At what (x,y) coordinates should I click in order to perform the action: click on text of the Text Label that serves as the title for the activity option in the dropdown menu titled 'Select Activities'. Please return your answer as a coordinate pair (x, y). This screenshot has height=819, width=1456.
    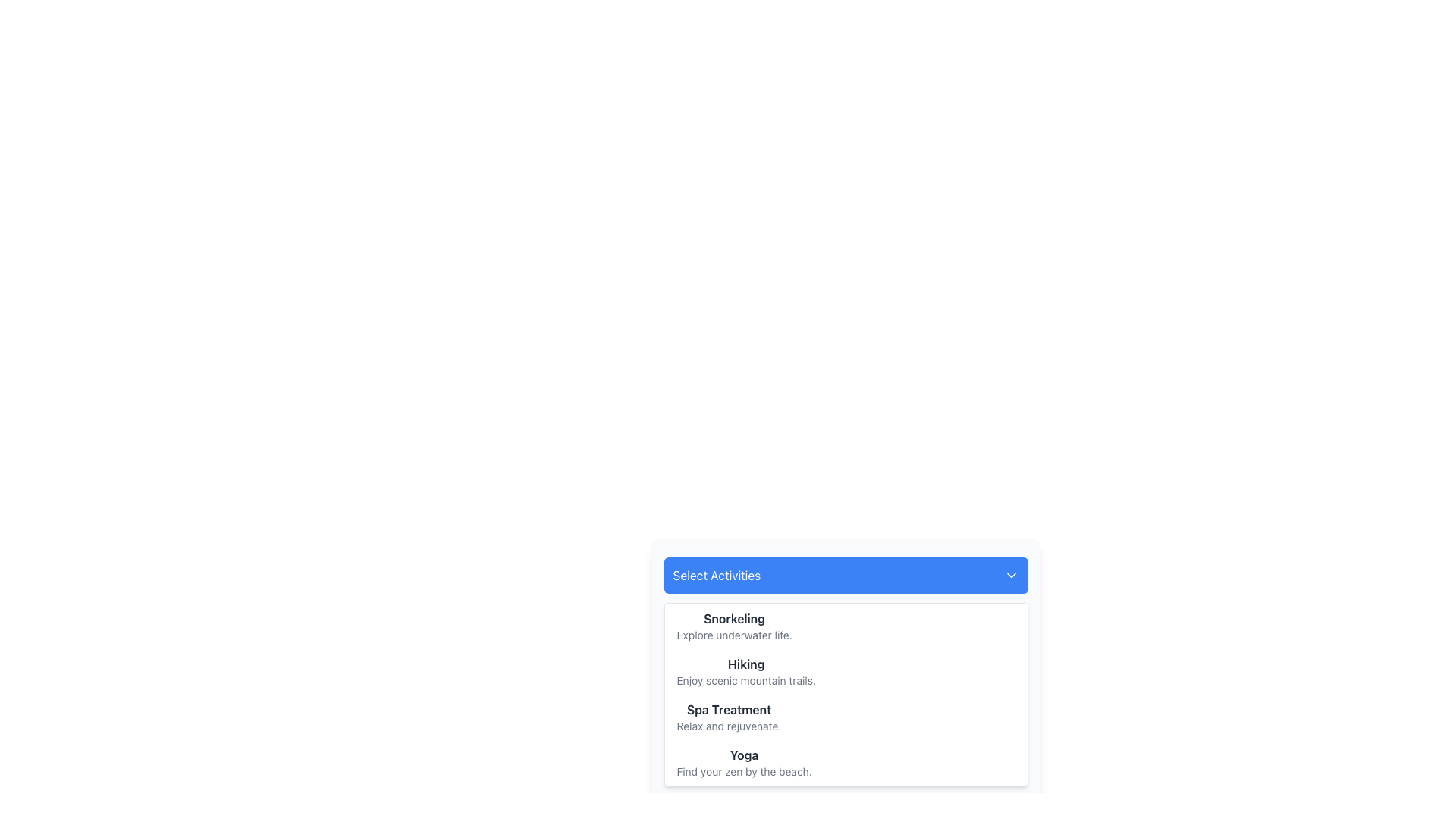
    Looking at the image, I should click on (744, 755).